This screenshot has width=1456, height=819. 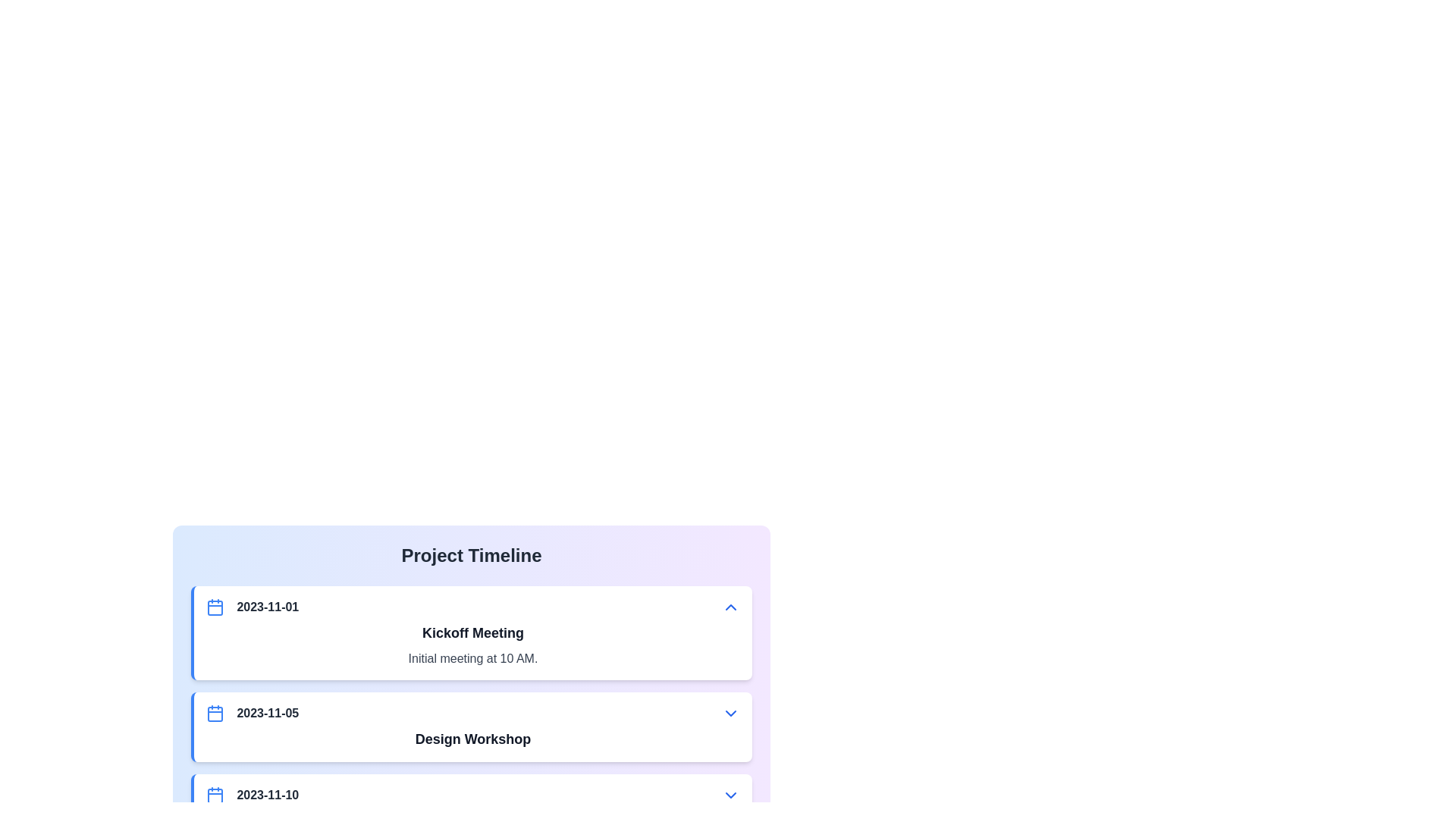 What do you see at coordinates (471, 726) in the screenshot?
I see `the event corresponding to 2023-11-05` at bounding box center [471, 726].